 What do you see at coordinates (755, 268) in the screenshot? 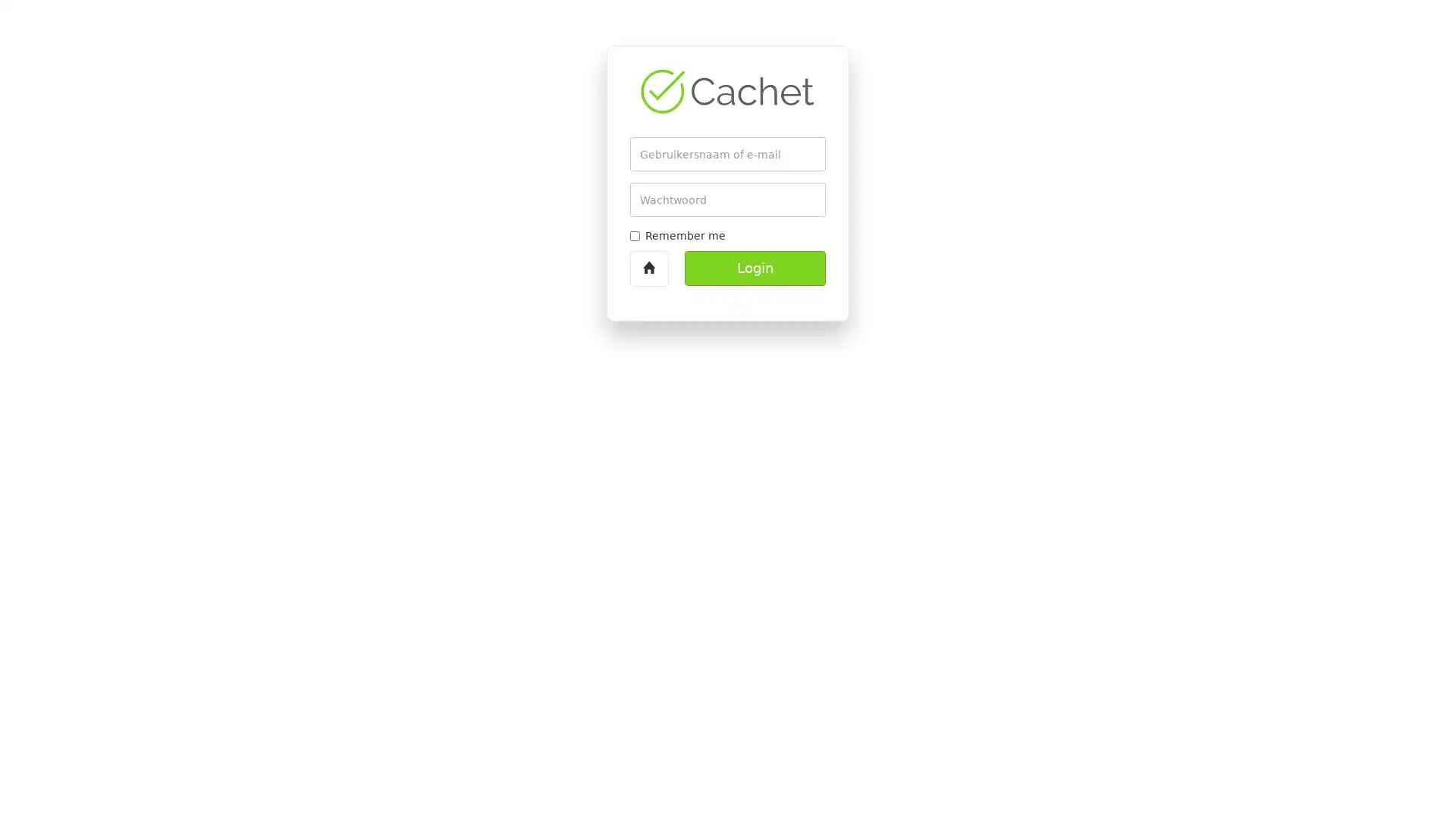
I see `Login` at bounding box center [755, 268].